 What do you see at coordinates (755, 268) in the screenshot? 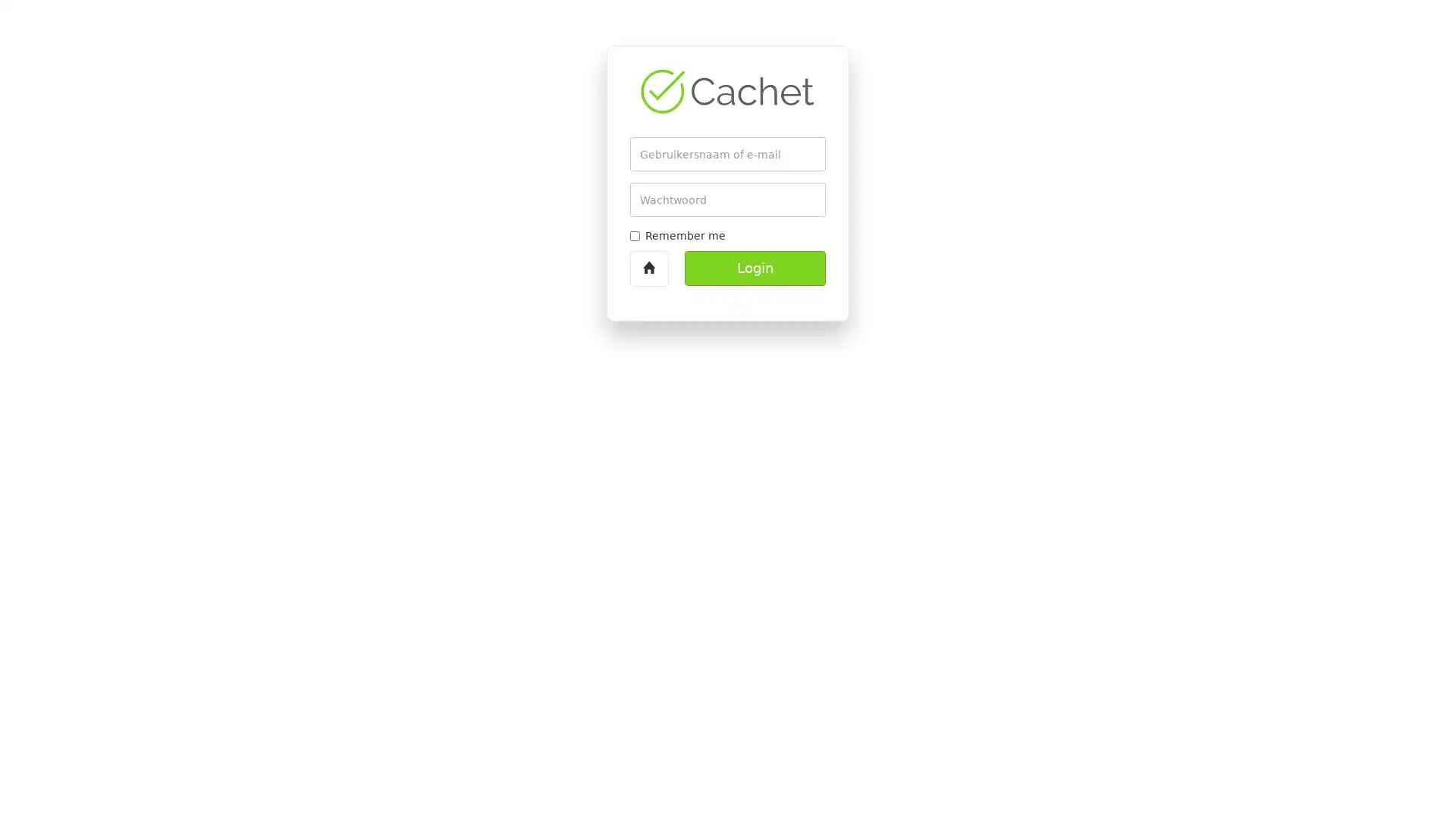
I see `Login` at bounding box center [755, 268].